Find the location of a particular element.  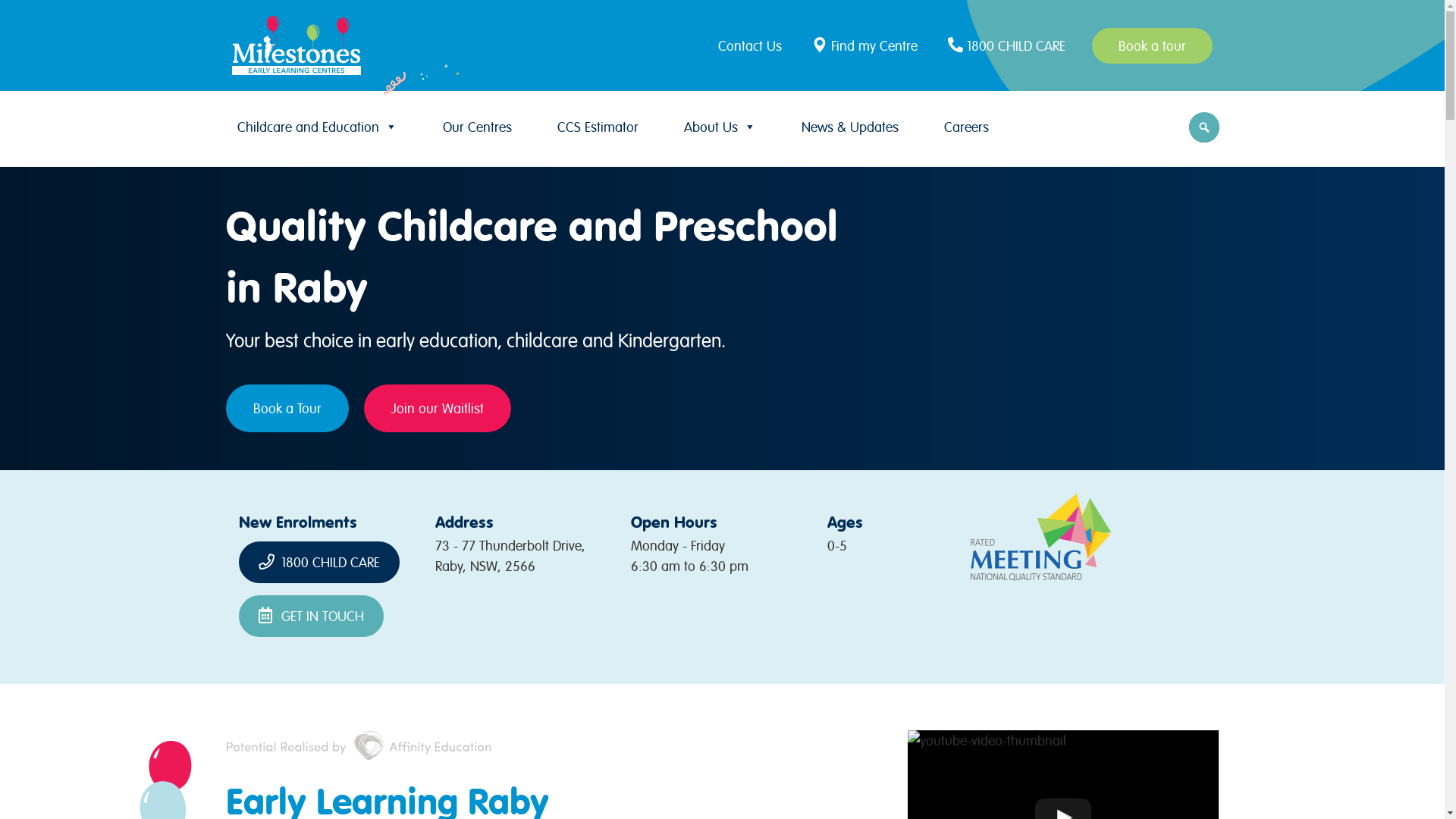

'Book a Tour' is located at coordinates (287, 407).